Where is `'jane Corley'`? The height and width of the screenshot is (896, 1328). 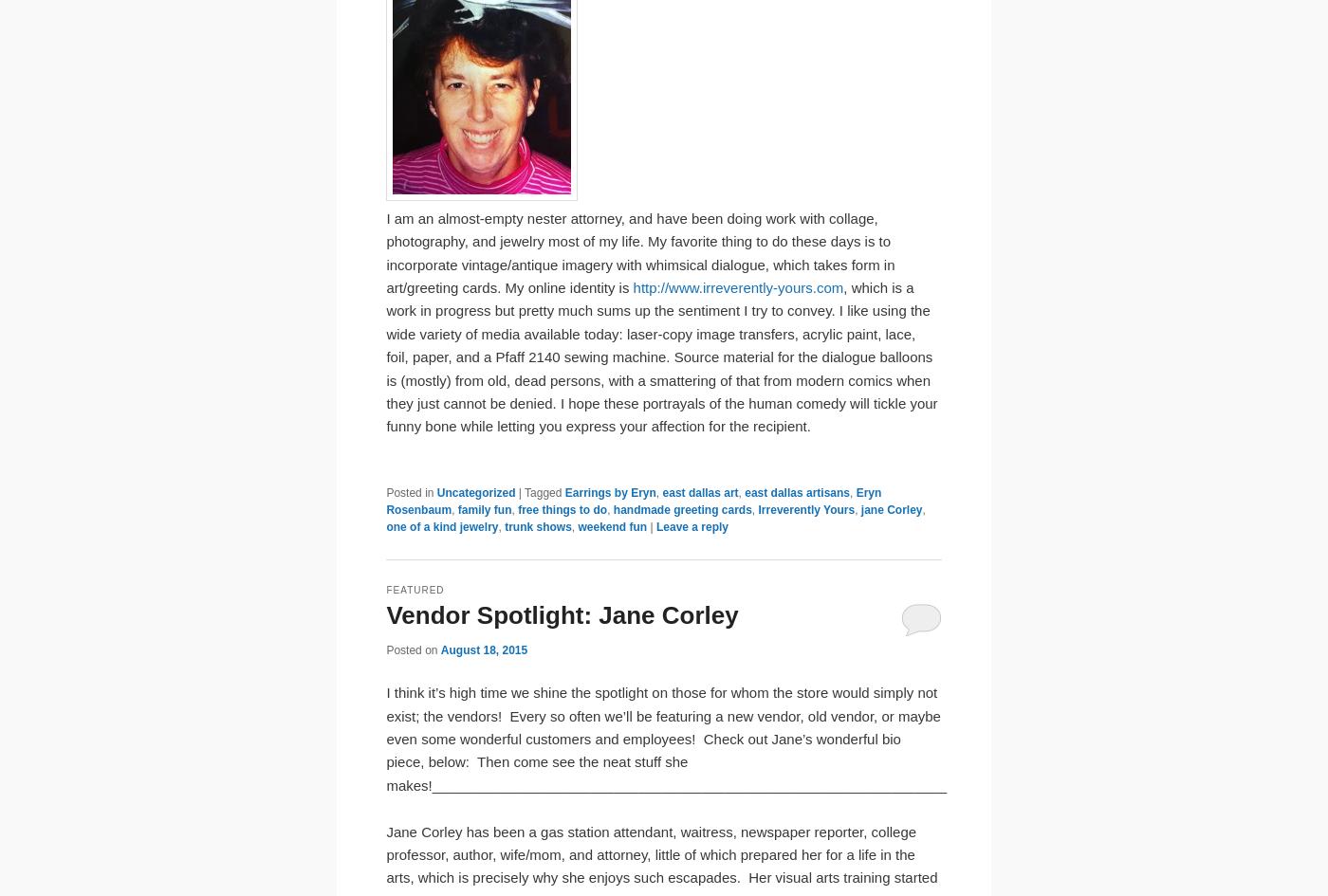
'jane Corley' is located at coordinates (860, 508).